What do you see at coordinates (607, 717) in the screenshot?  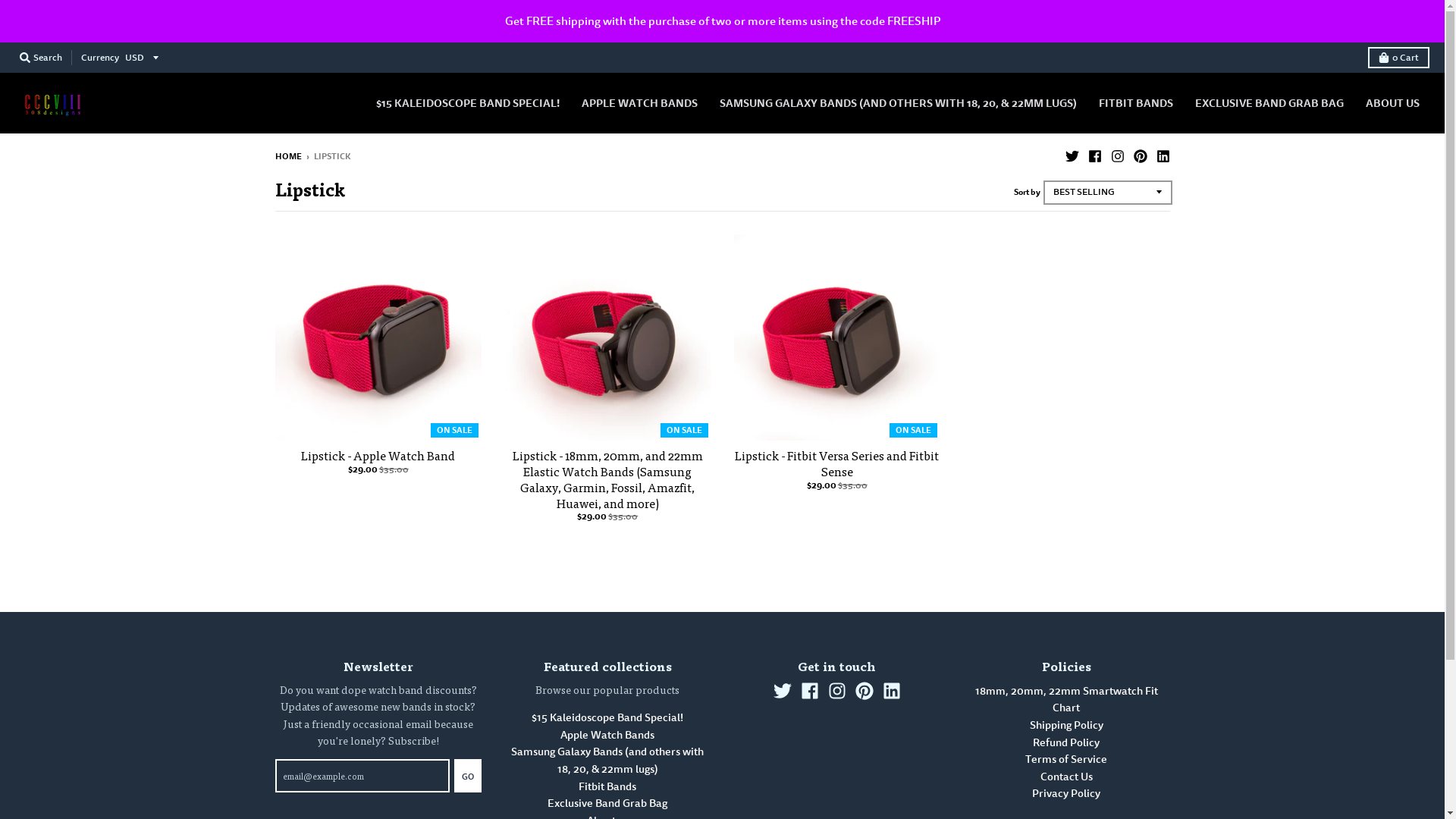 I see `'$15 Kaleidoscope Band Special!'` at bounding box center [607, 717].